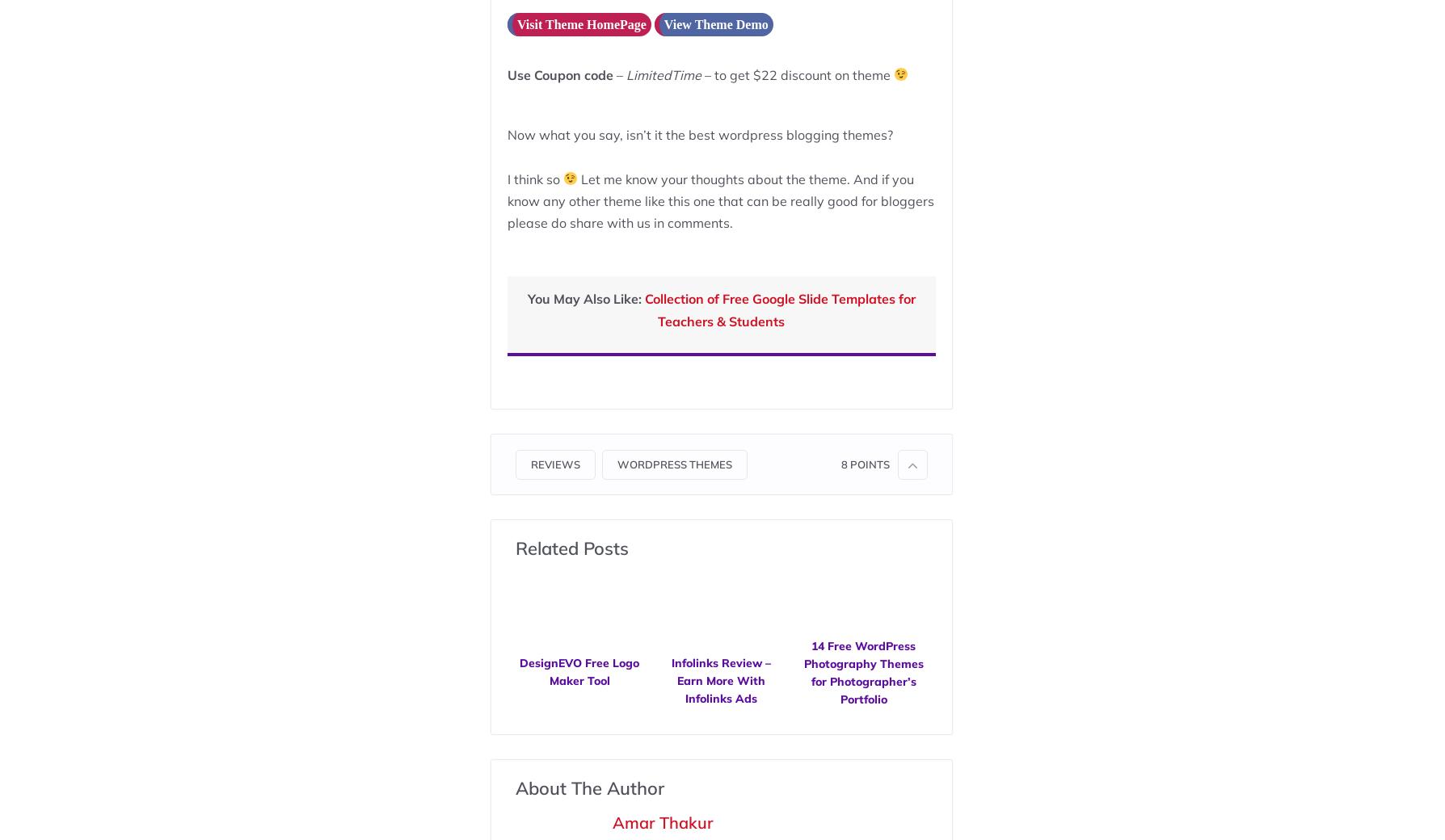 This screenshot has width=1445, height=840. What do you see at coordinates (779, 309) in the screenshot?
I see `'Collection of Free Google Slide Templates for Teachers & Students'` at bounding box center [779, 309].